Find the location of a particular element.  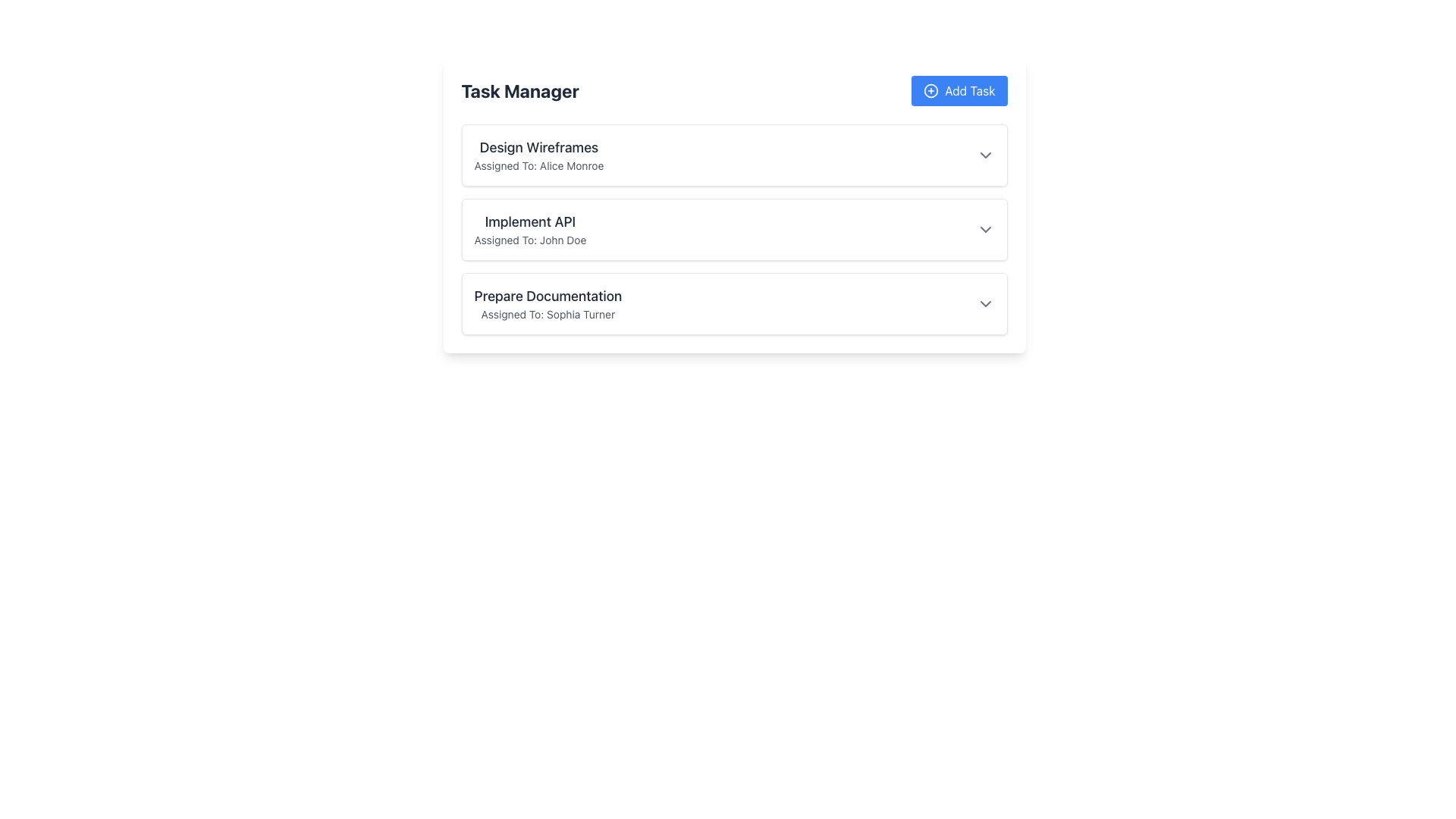

the task entry displaying 'Design Wireframes' assigned to 'Alice Monroe' is located at coordinates (734, 155).